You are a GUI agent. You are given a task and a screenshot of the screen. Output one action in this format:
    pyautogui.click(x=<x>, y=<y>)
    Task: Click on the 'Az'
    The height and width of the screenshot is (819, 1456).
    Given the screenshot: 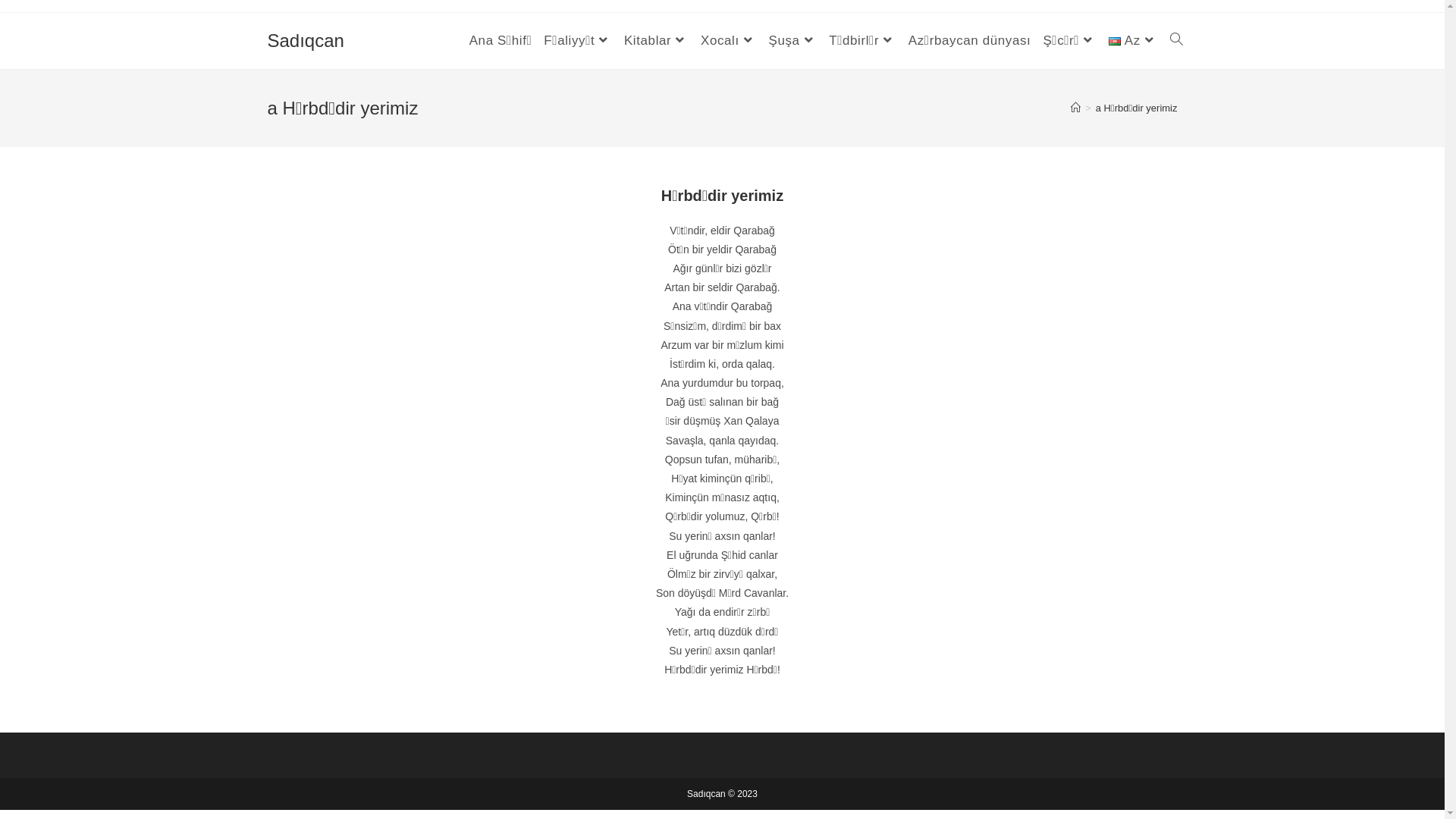 What is the action you would take?
    pyautogui.click(x=1133, y=40)
    